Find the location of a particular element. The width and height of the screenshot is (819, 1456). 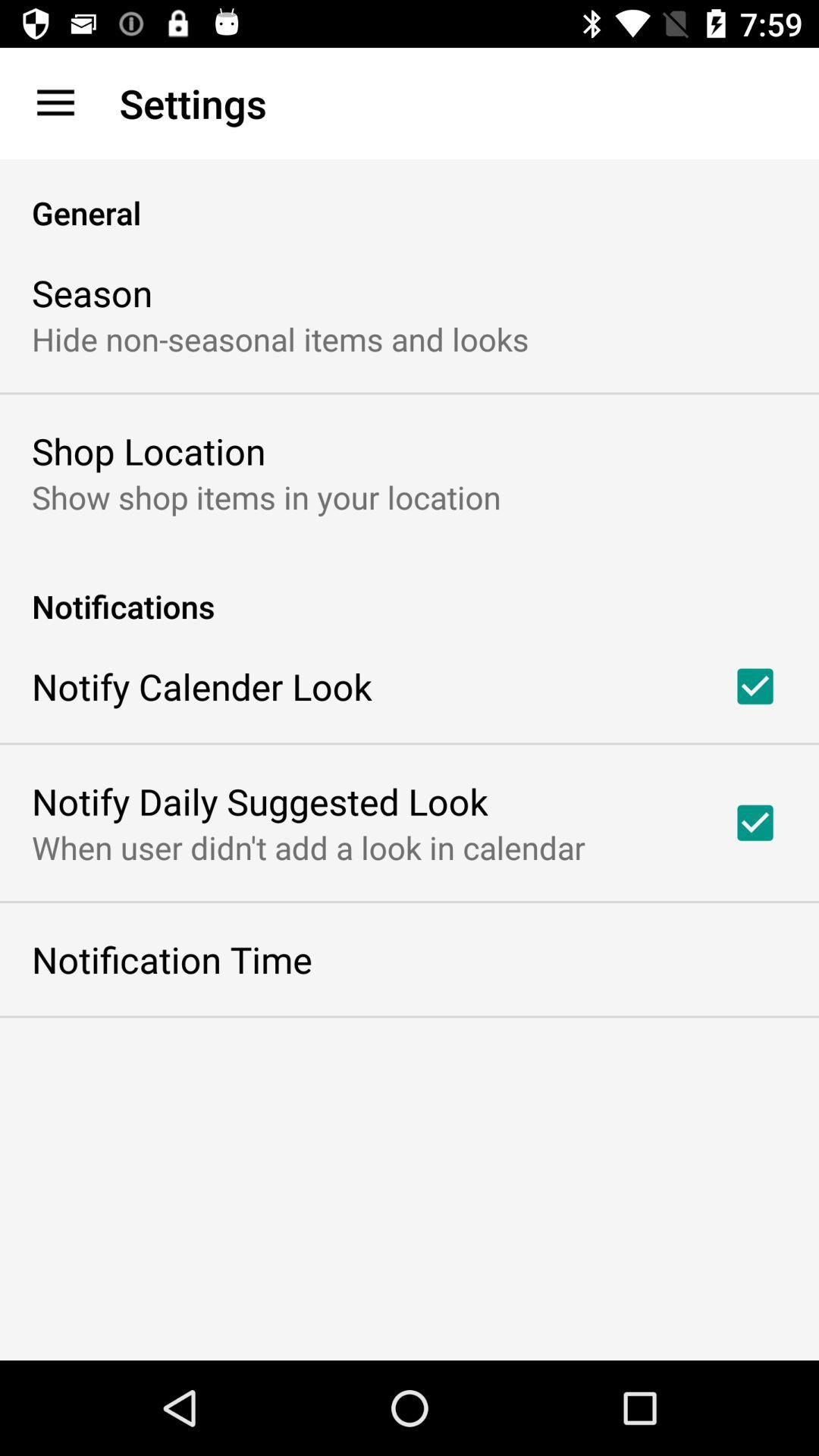

the notifications item is located at coordinates (409, 589).